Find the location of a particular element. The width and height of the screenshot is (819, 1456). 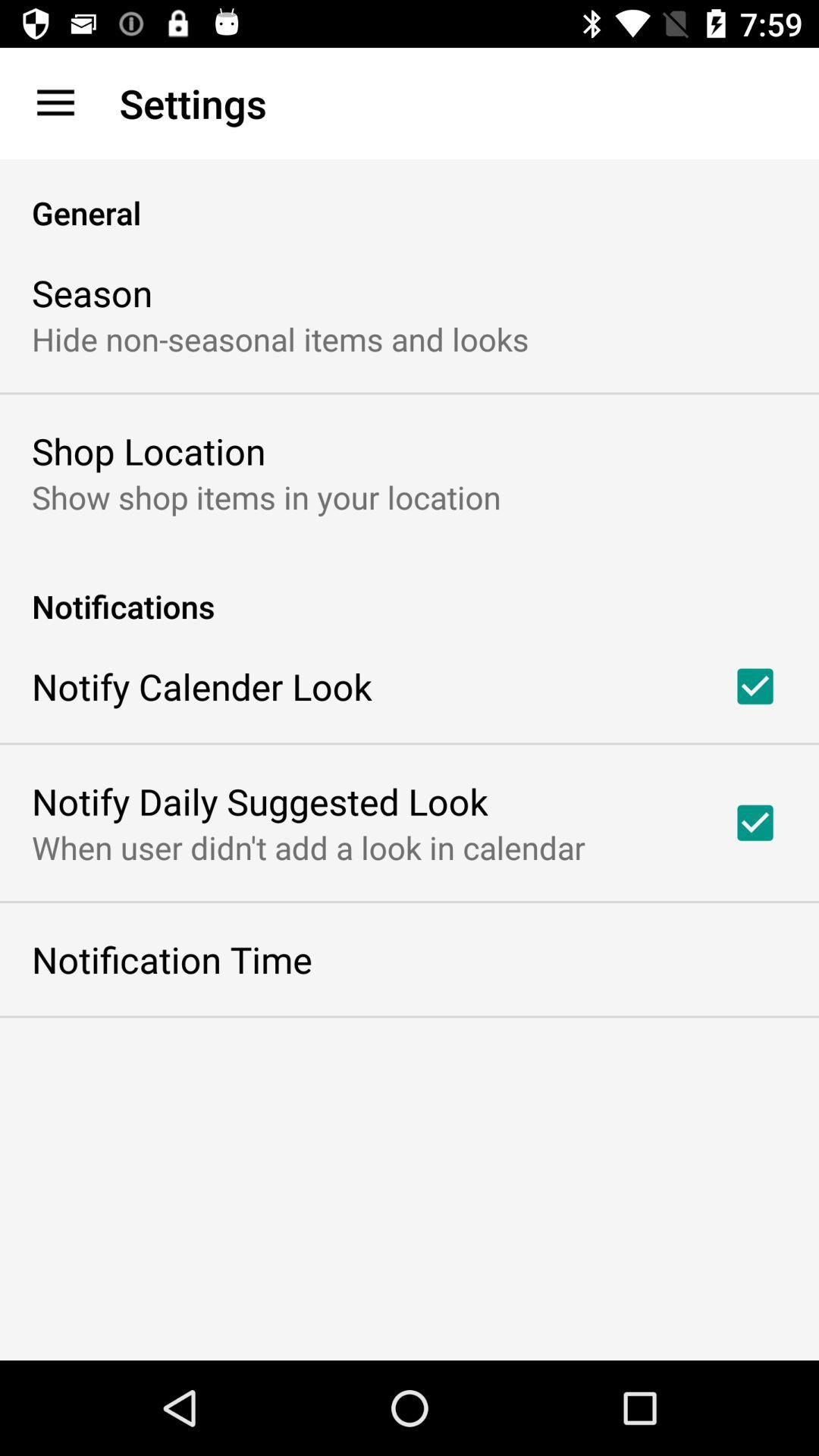

the notifications item is located at coordinates (409, 589).